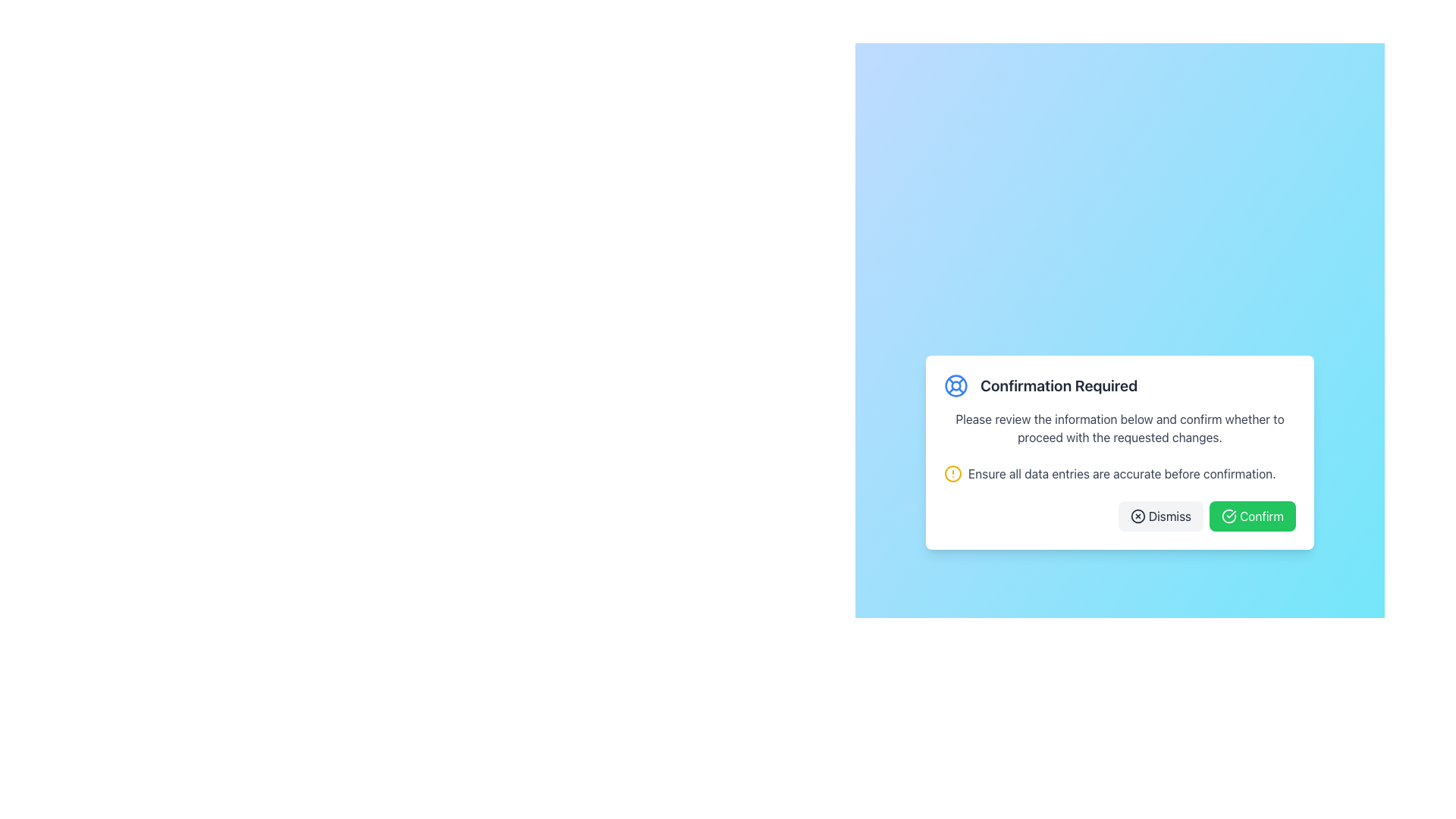  Describe the element at coordinates (1120, 385) in the screenshot. I see `text content of the header labeled 'Confirmation Required', which features a dark blue font on a white background with a blue life buoy icon to its left` at that location.